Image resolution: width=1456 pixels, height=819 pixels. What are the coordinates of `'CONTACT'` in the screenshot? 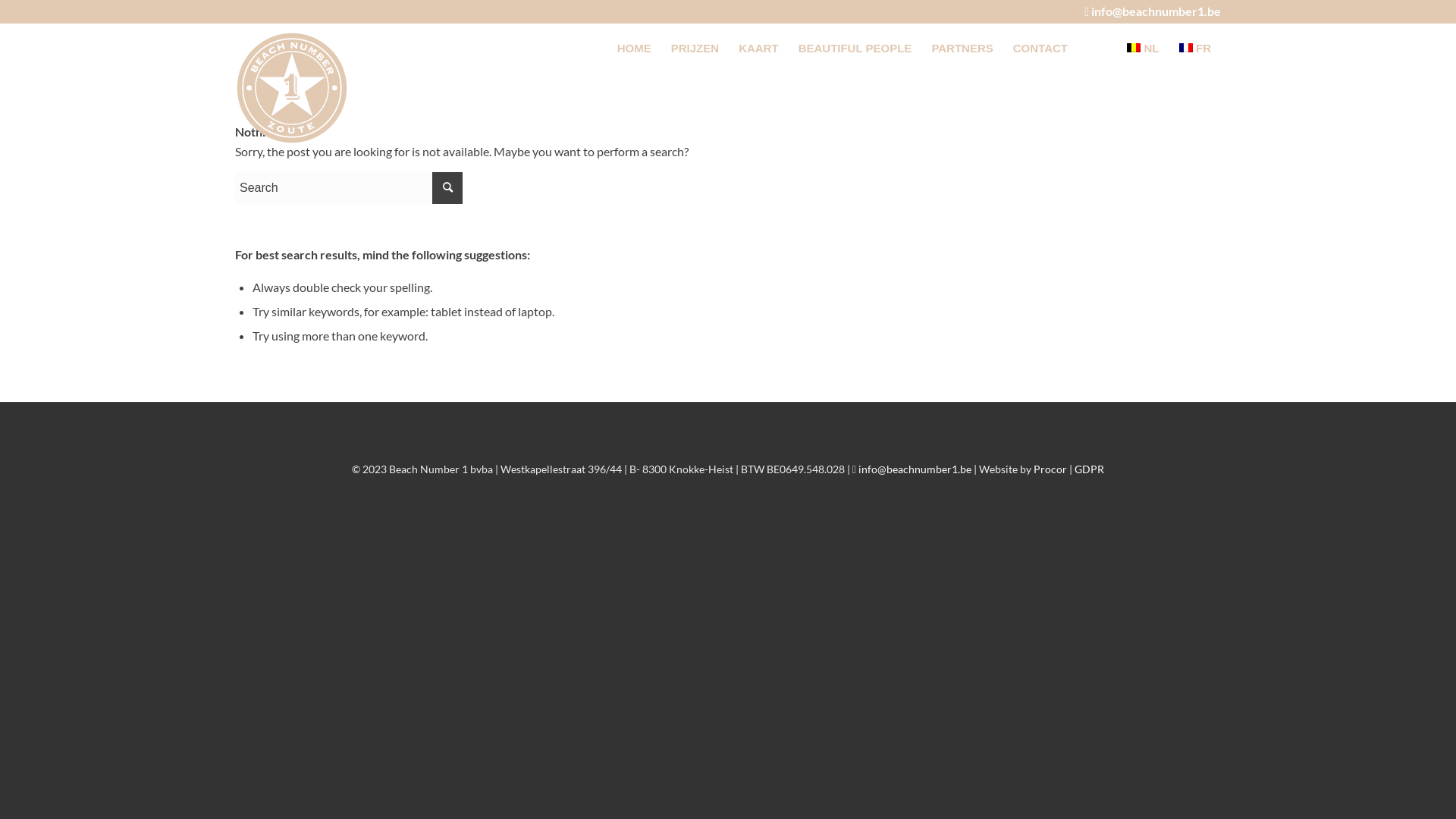 It's located at (1040, 47).